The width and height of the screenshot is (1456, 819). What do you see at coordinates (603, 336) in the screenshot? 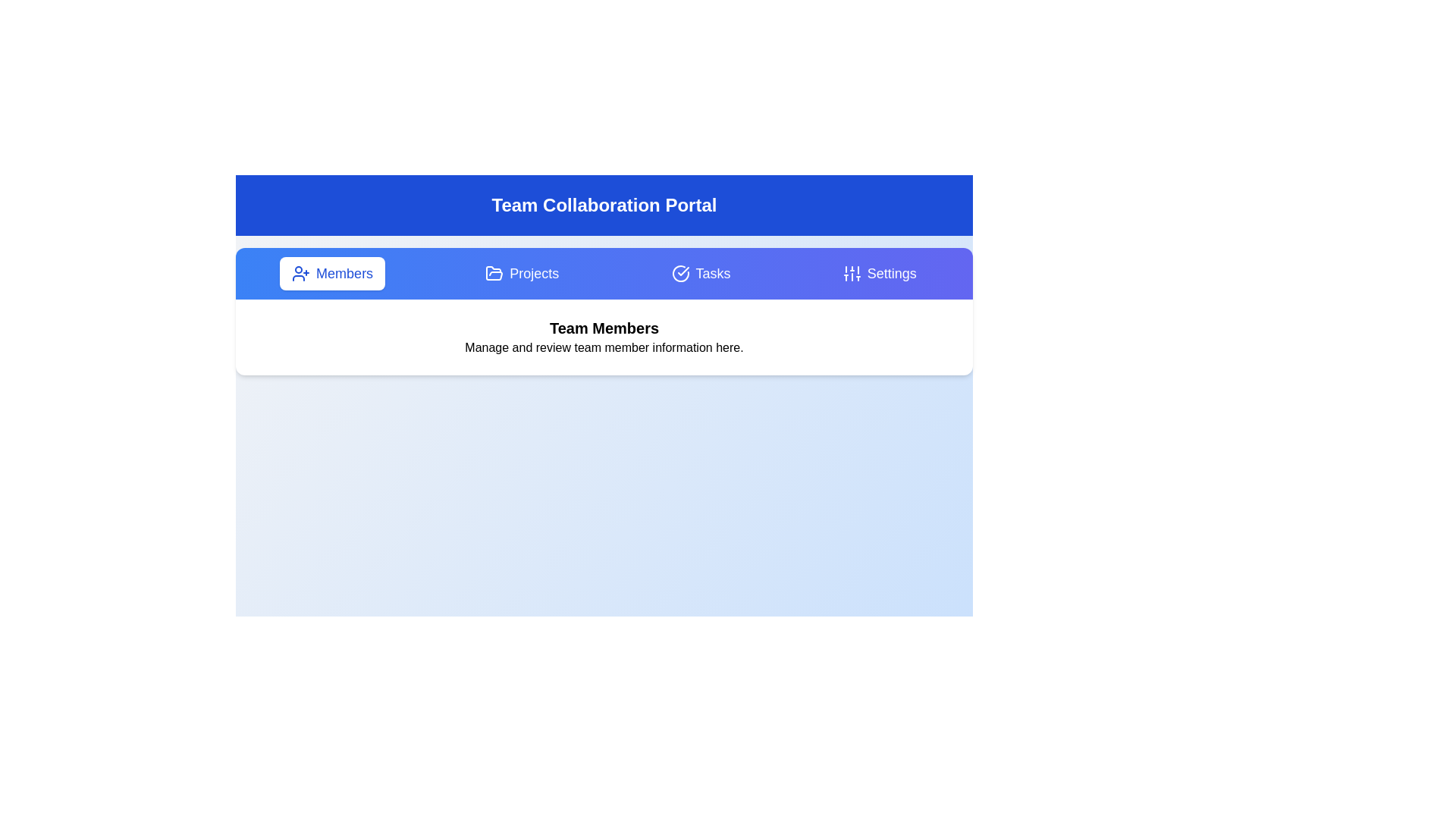
I see `the static text block titled 'Team Members' which provides instructions to manage and review team member information` at bounding box center [603, 336].